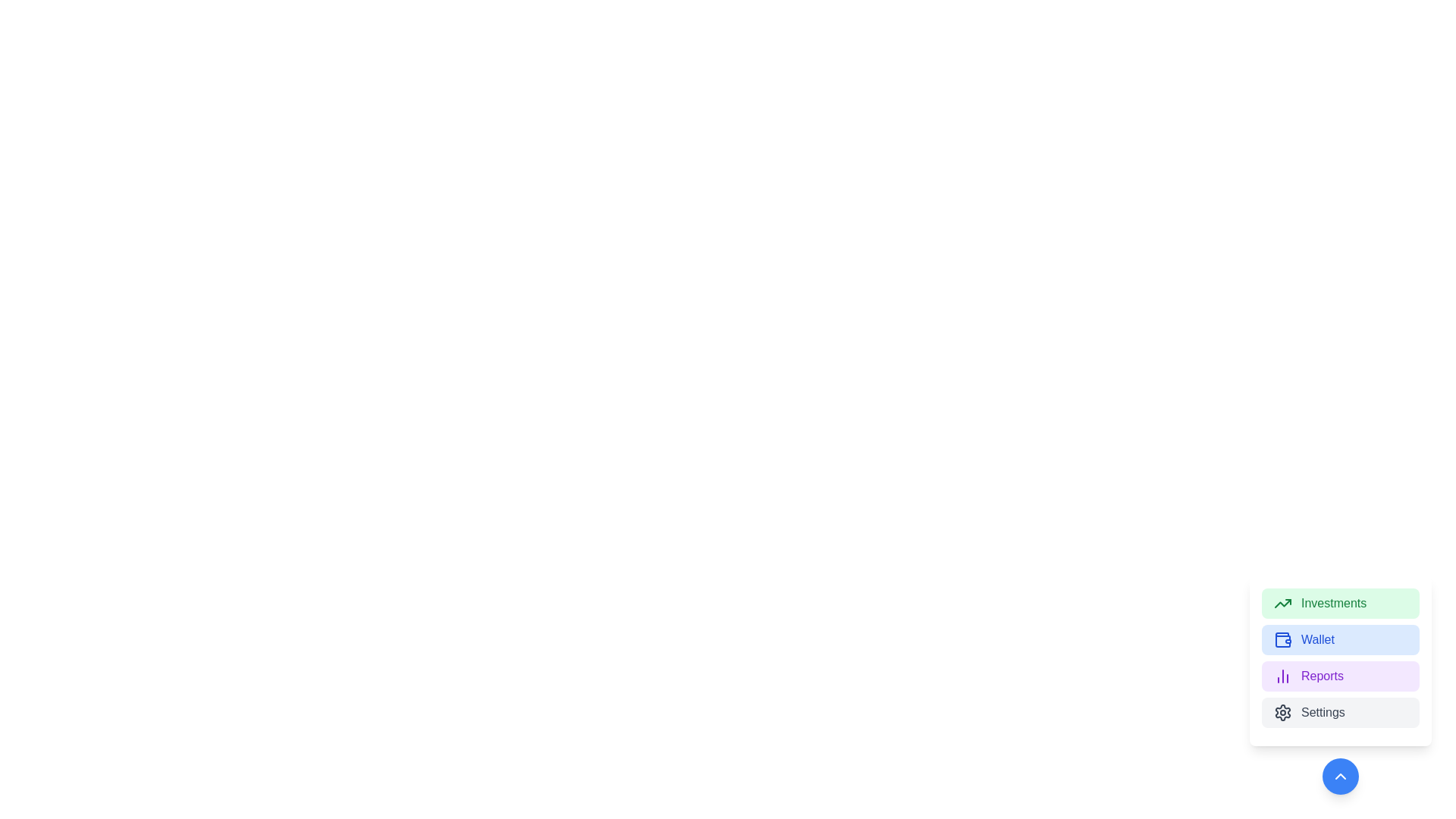  I want to click on the 'Reports' button, so click(1340, 675).